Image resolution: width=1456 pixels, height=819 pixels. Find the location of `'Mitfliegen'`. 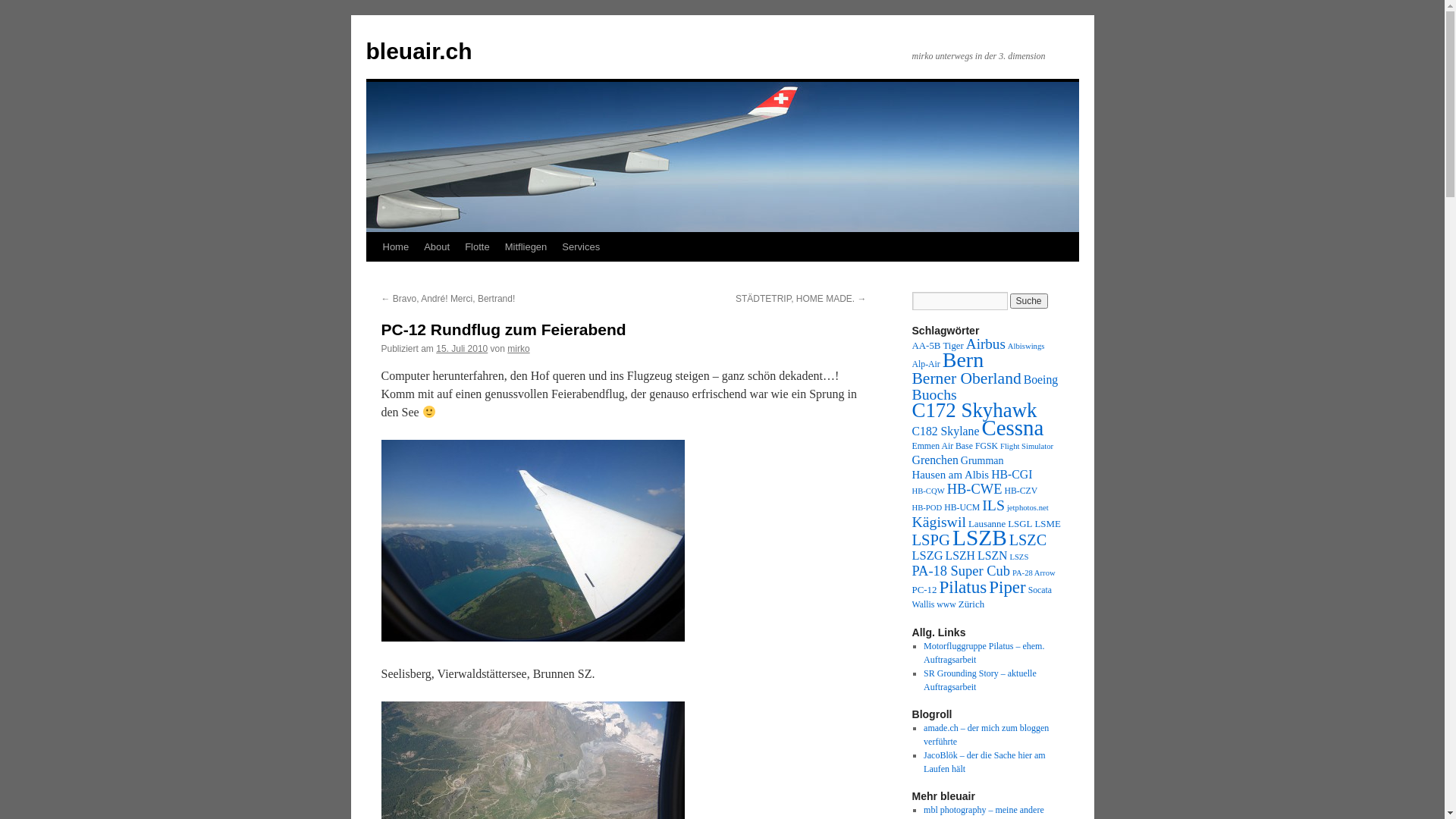

'Mitfliegen' is located at coordinates (526, 246).